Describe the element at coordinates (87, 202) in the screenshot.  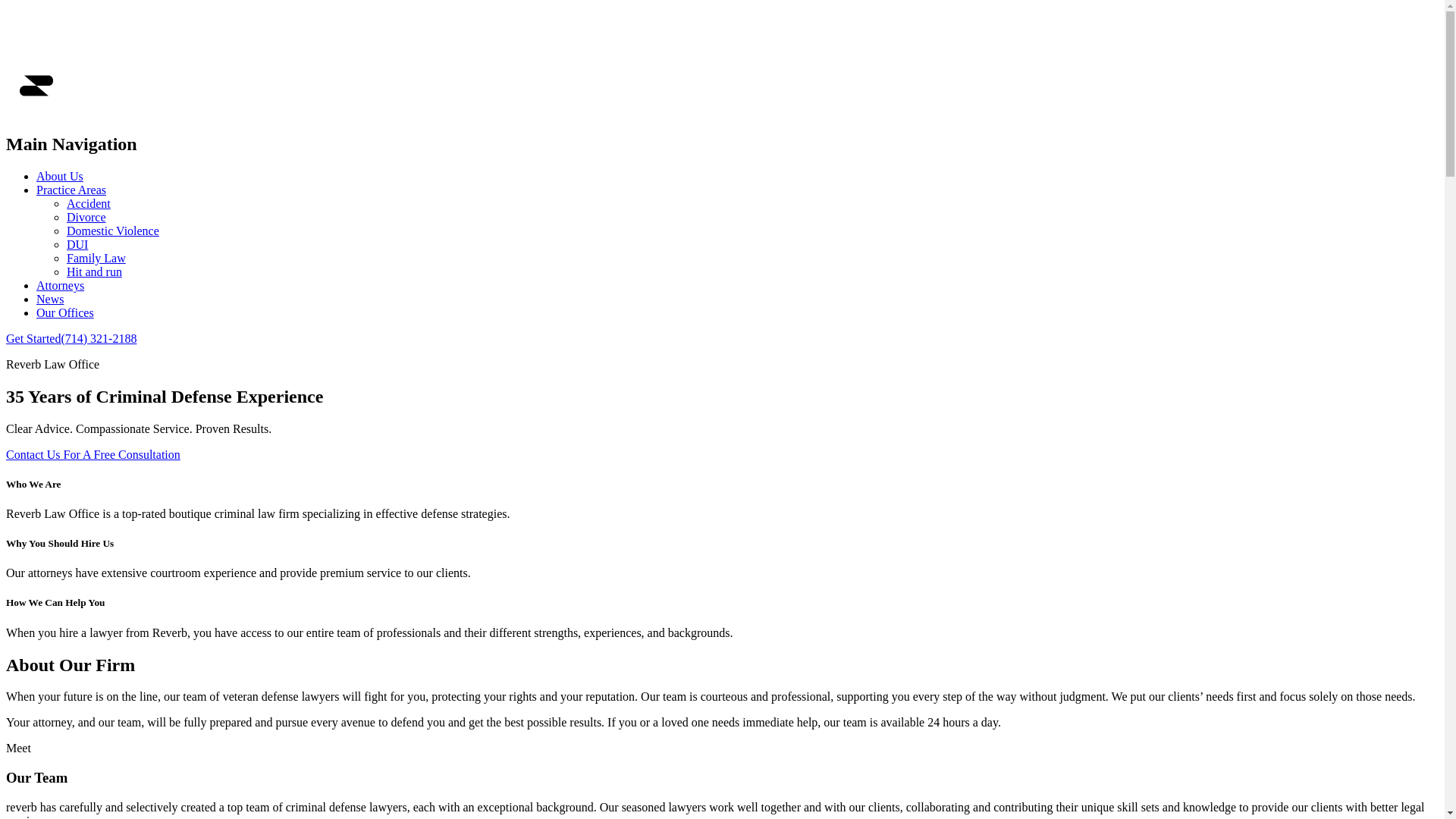
I see `'Accident'` at that location.